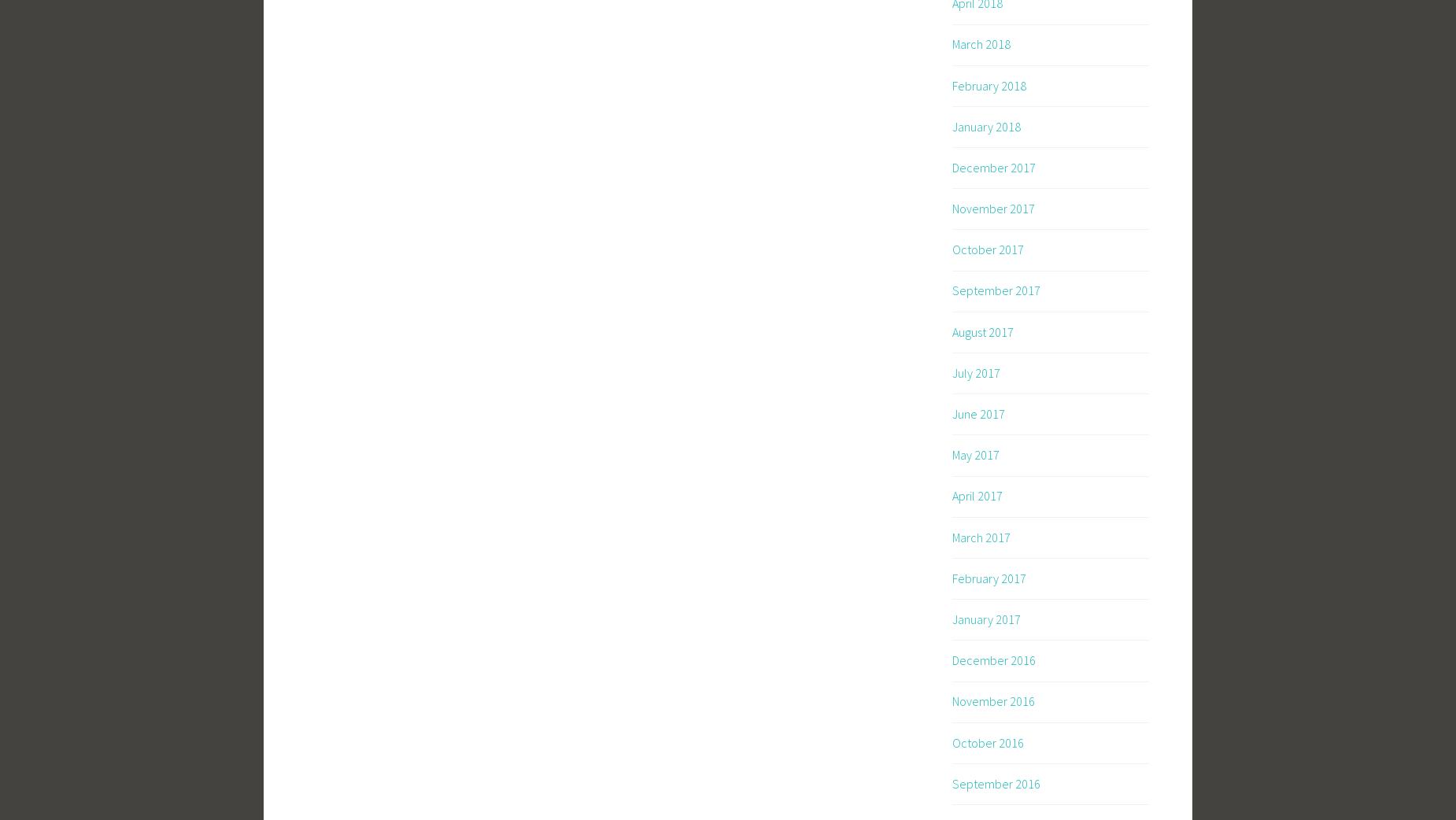 This screenshot has width=1456, height=820. I want to click on 'March 2017', so click(981, 536).